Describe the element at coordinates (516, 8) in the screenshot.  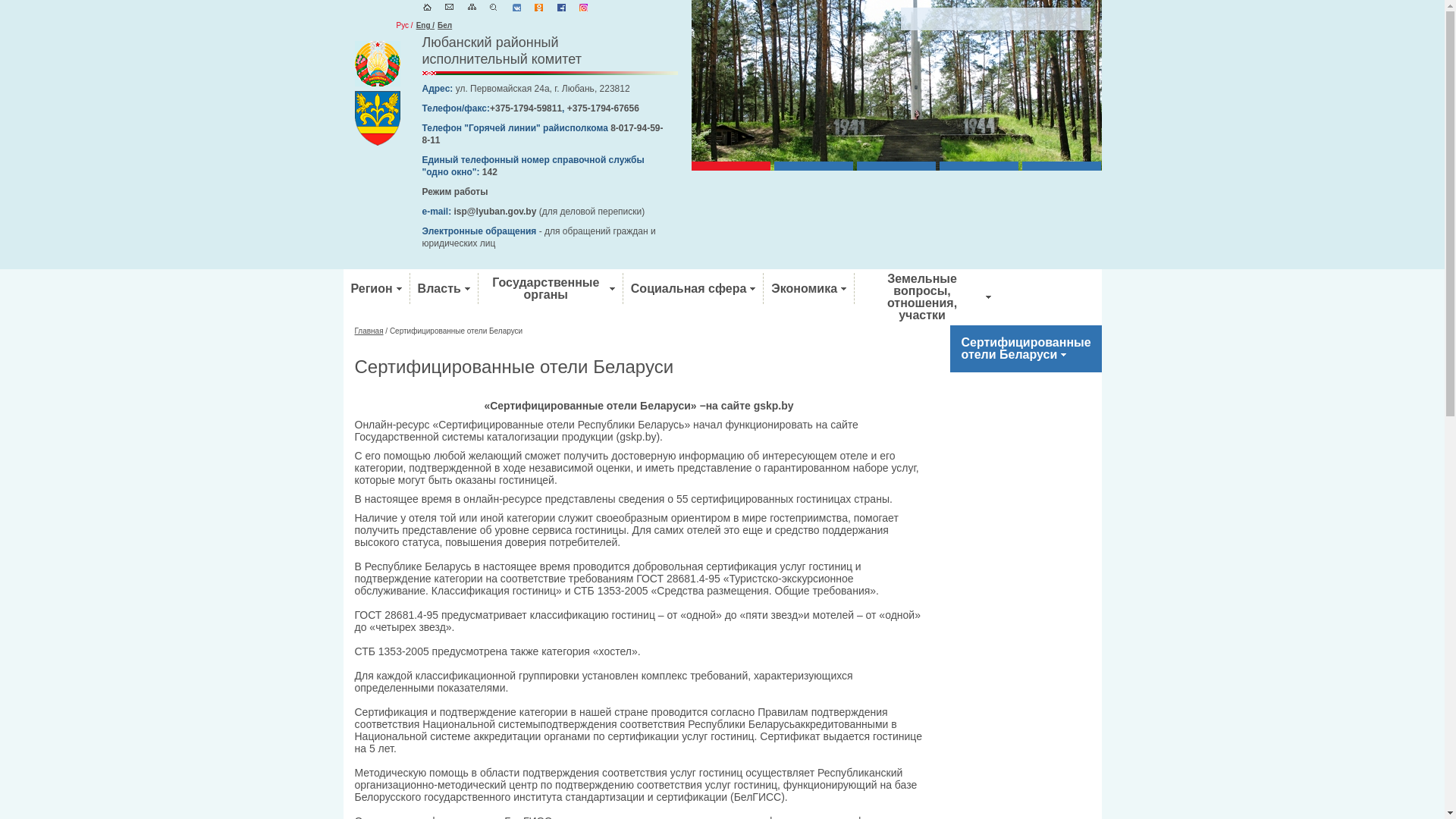
I see `'vk'` at that location.